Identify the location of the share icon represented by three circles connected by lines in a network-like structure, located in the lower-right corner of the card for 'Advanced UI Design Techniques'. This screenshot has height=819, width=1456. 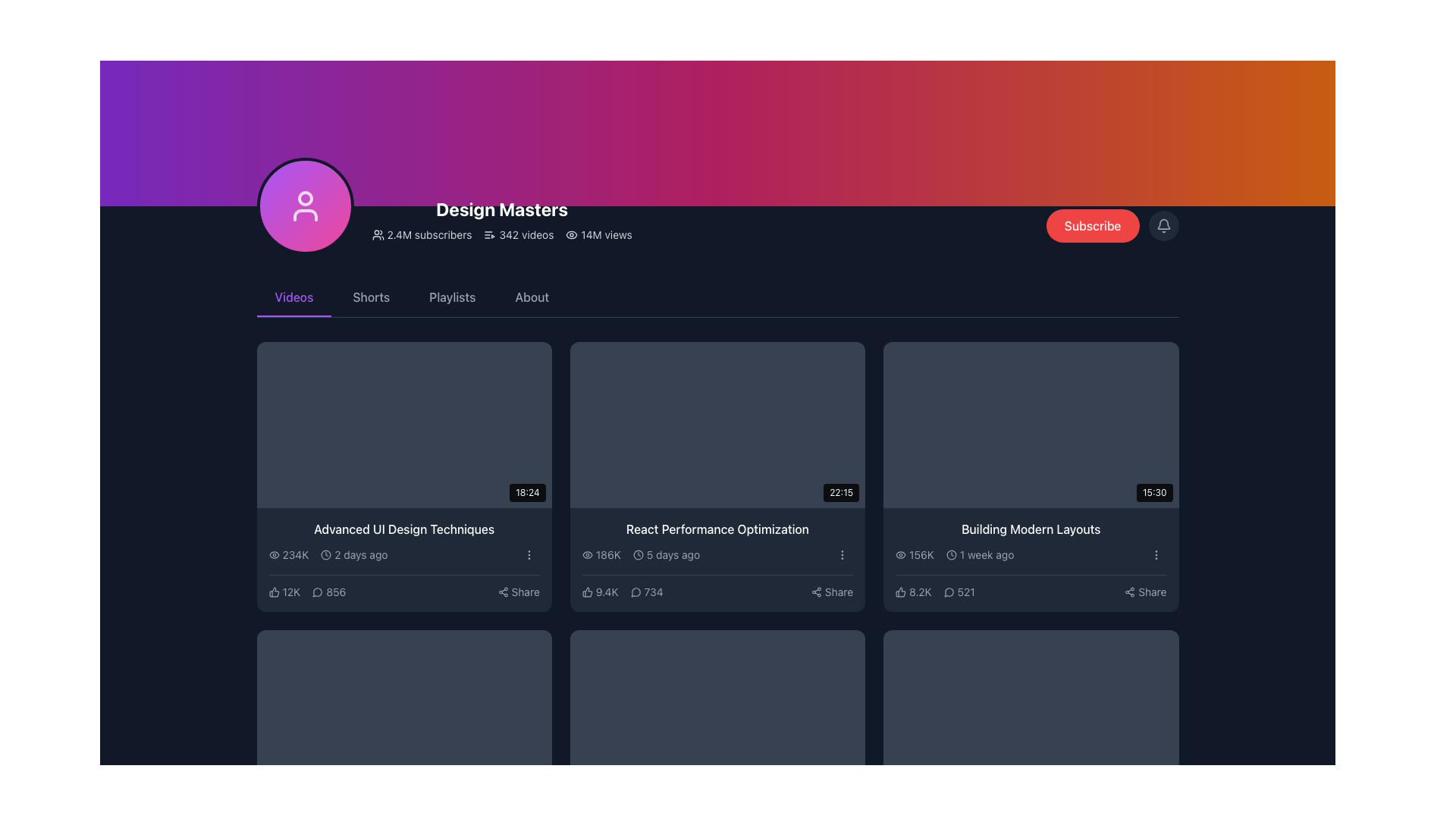
(503, 591).